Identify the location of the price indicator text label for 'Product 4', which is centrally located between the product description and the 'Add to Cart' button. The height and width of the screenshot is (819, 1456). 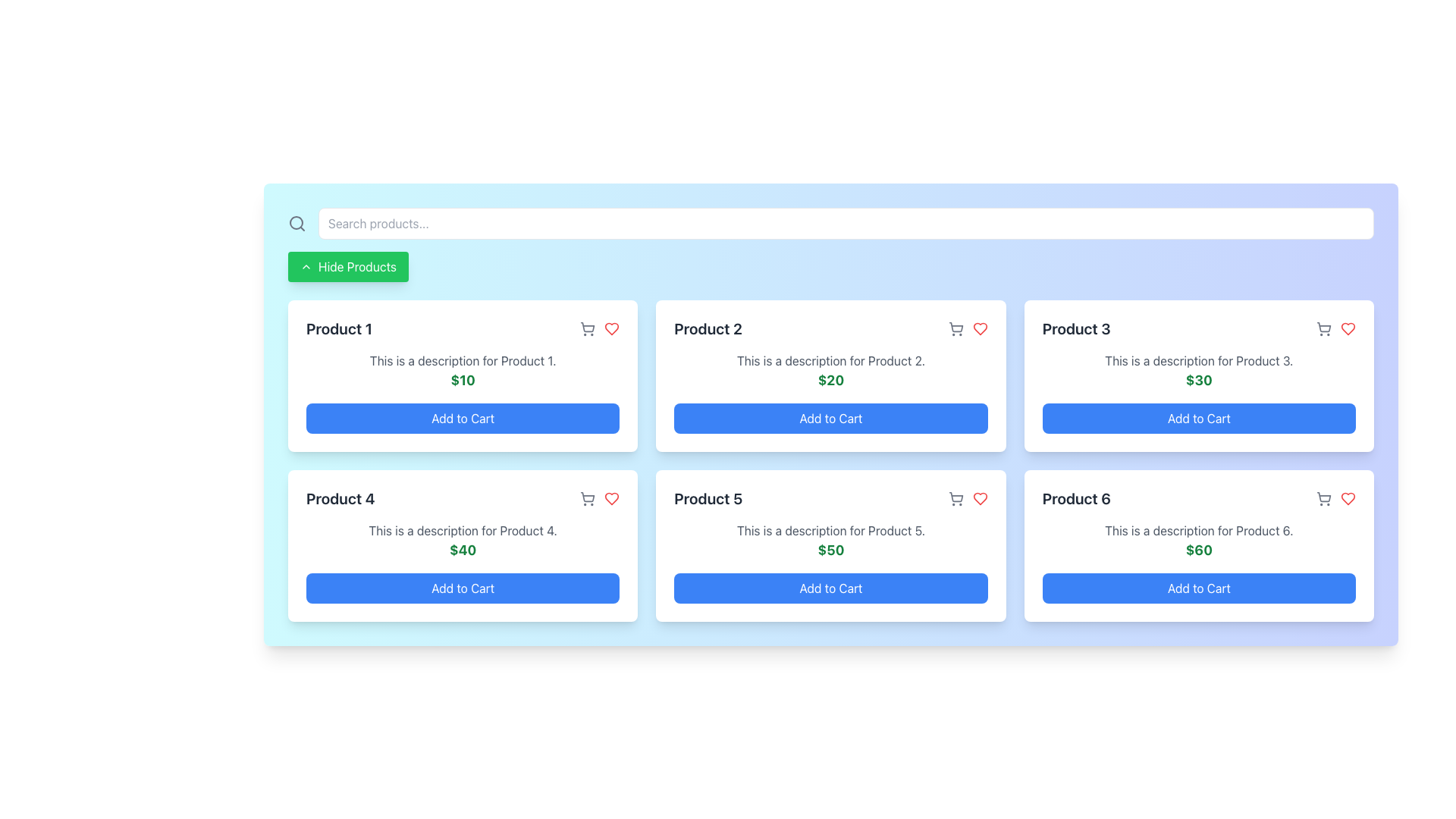
(462, 550).